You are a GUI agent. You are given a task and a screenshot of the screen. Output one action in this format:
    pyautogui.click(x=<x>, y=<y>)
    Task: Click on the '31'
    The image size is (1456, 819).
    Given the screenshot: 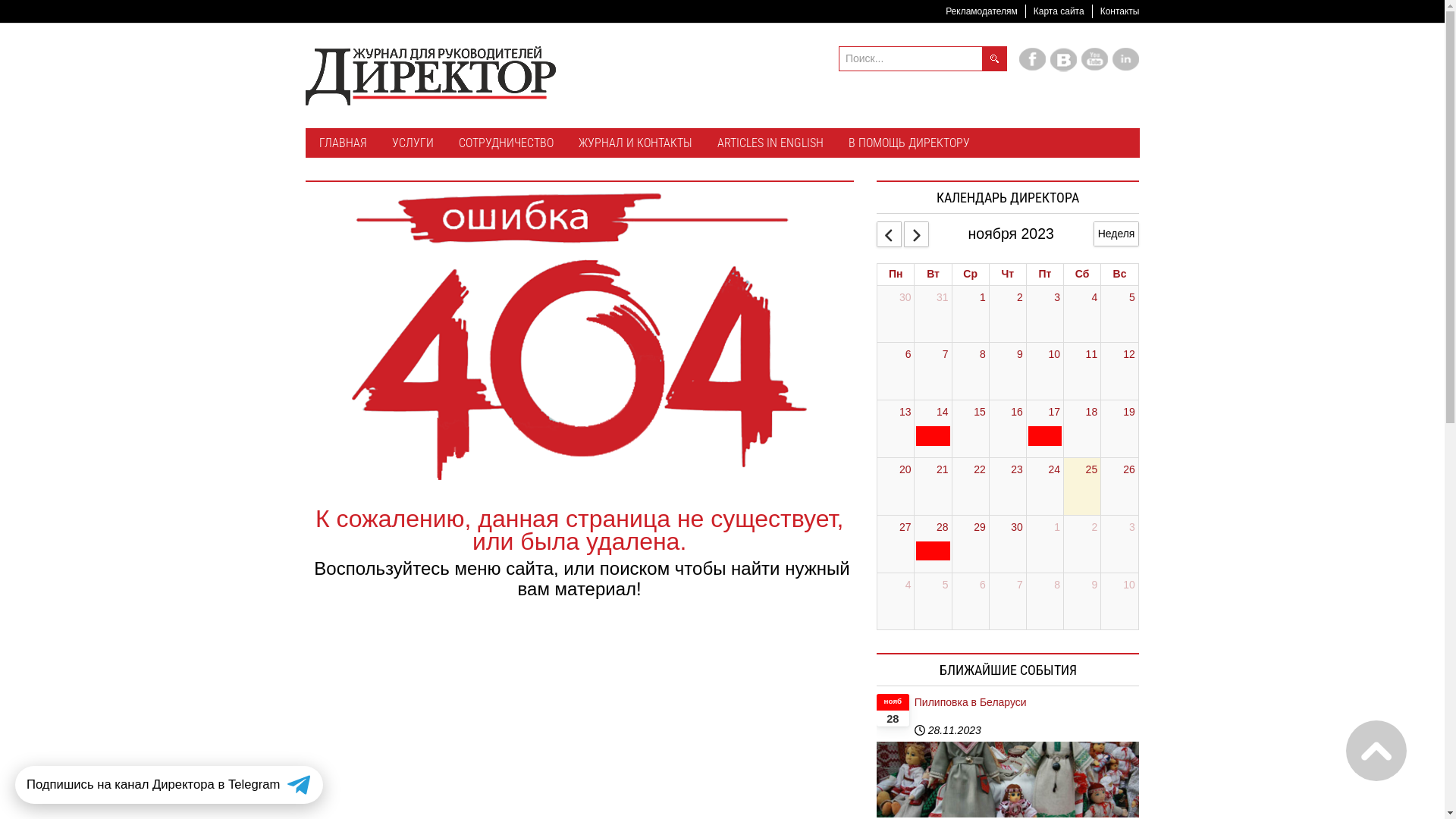 What is the action you would take?
    pyautogui.click(x=942, y=298)
    